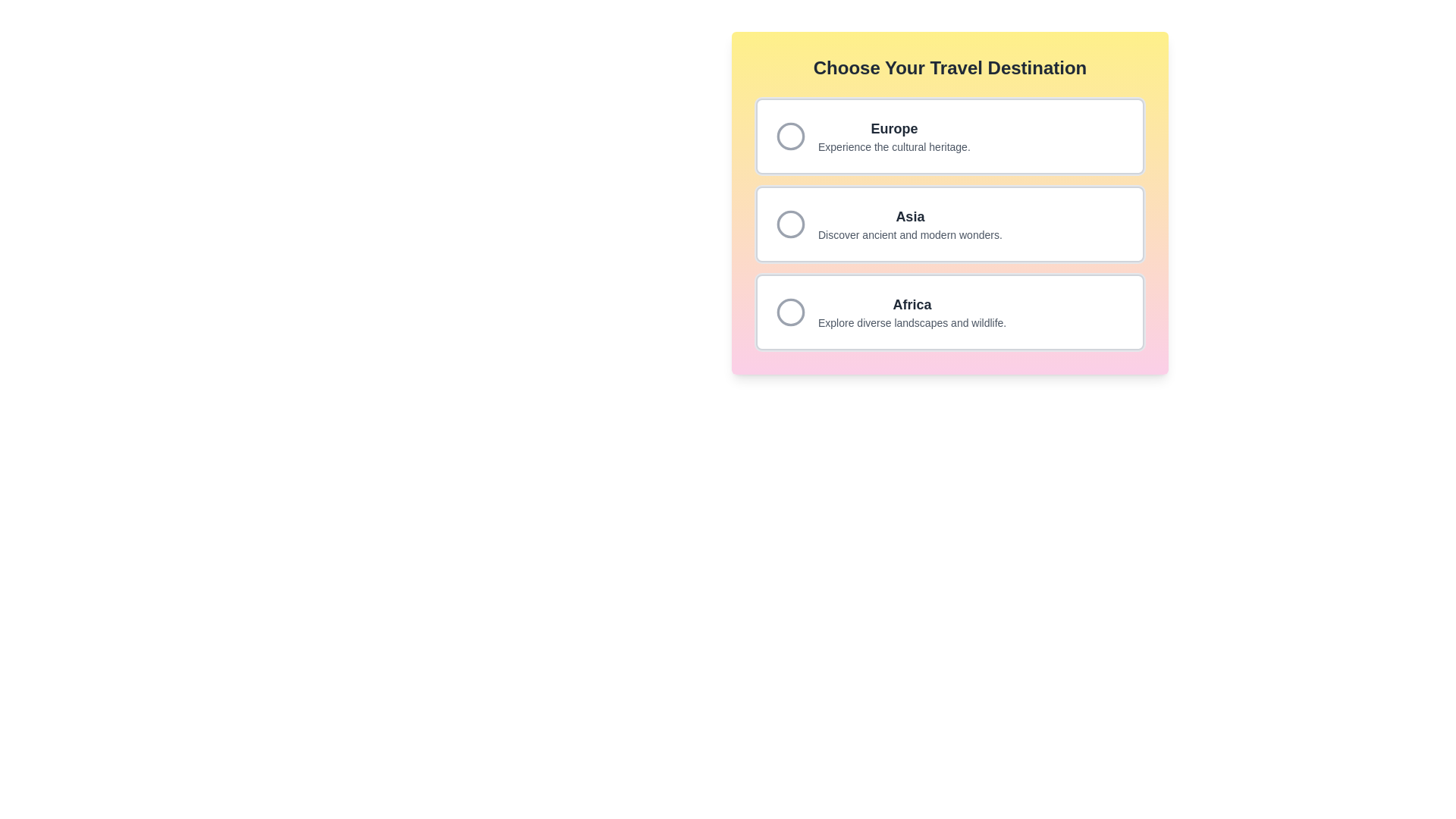 Image resolution: width=1456 pixels, height=819 pixels. Describe the element at coordinates (912, 312) in the screenshot. I see `the Text-based selector card for 'Africa'` at that location.